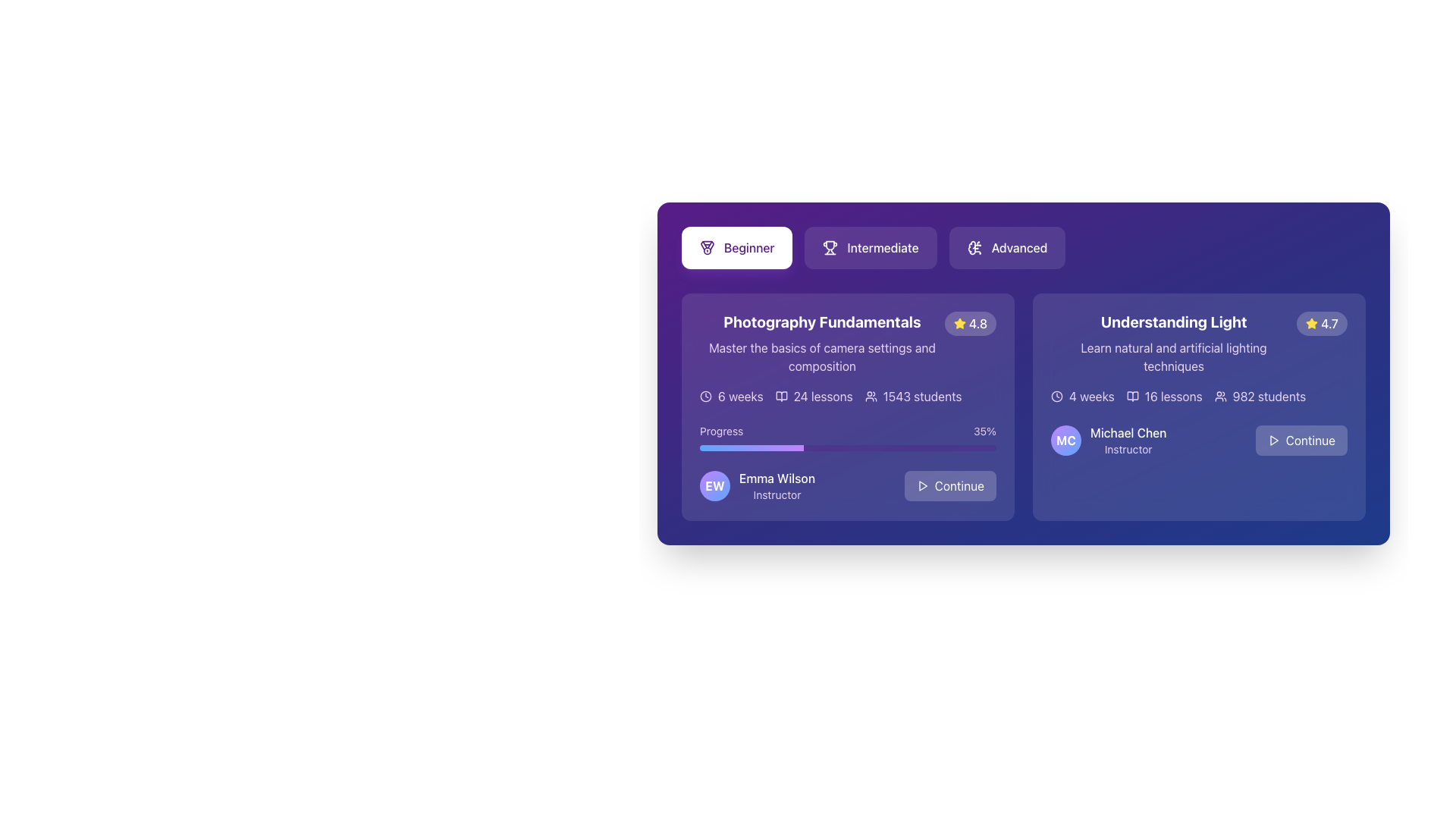 The height and width of the screenshot is (819, 1456). What do you see at coordinates (1128, 432) in the screenshot?
I see `the static text label displaying the instructor's name for the course 'Understanding Light', which is positioned under the course details and aligns with the circular avatar to its left` at bounding box center [1128, 432].